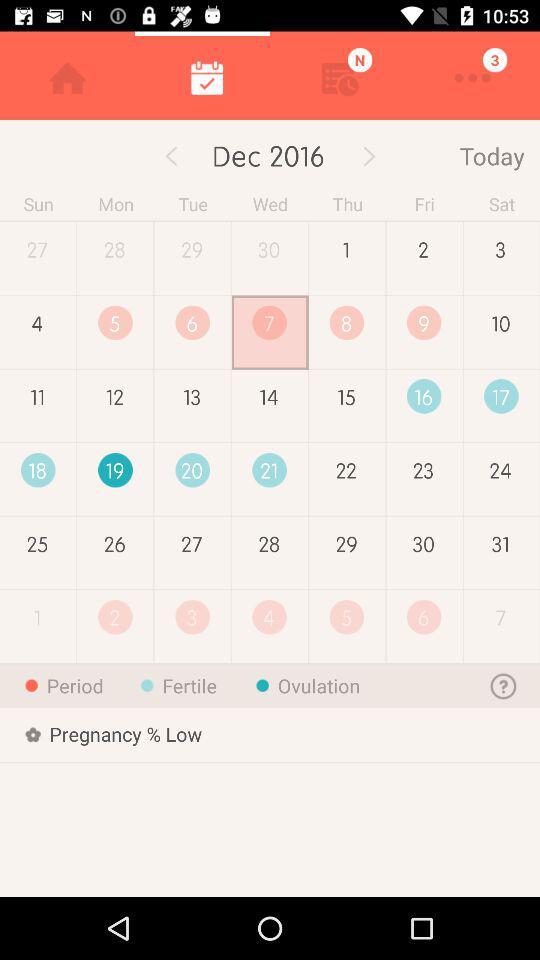 The height and width of the screenshot is (960, 540). What do you see at coordinates (503, 685) in the screenshot?
I see `the help icon` at bounding box center [503, 685].